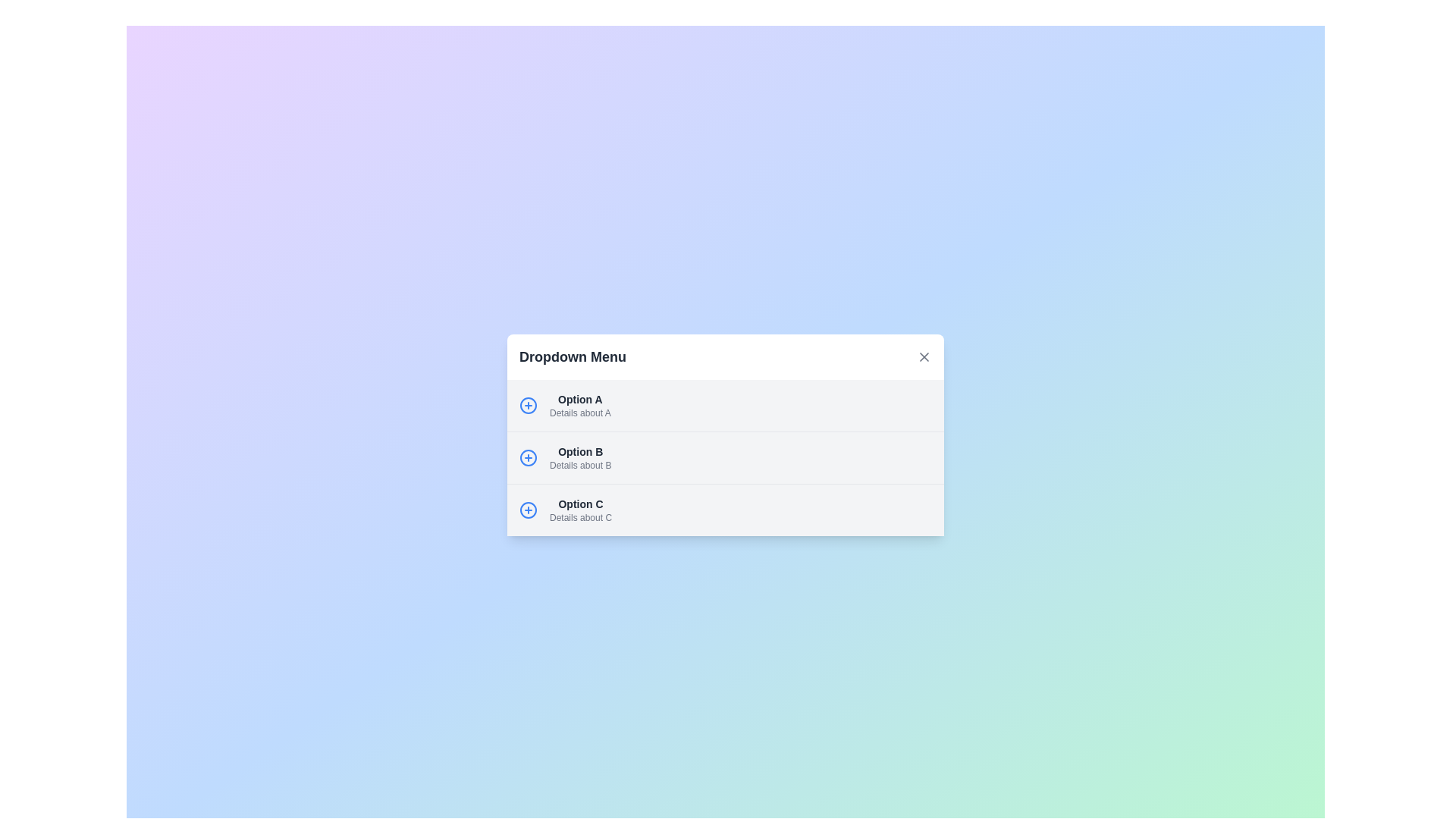 This screenshot has width=1456, height=819. What do you see at coordinates (579, 457) in the screenshot?
I see `the second item in the dropdown menu located below 'Option A' and above 'Option C'` at bounding box center [579, 457].